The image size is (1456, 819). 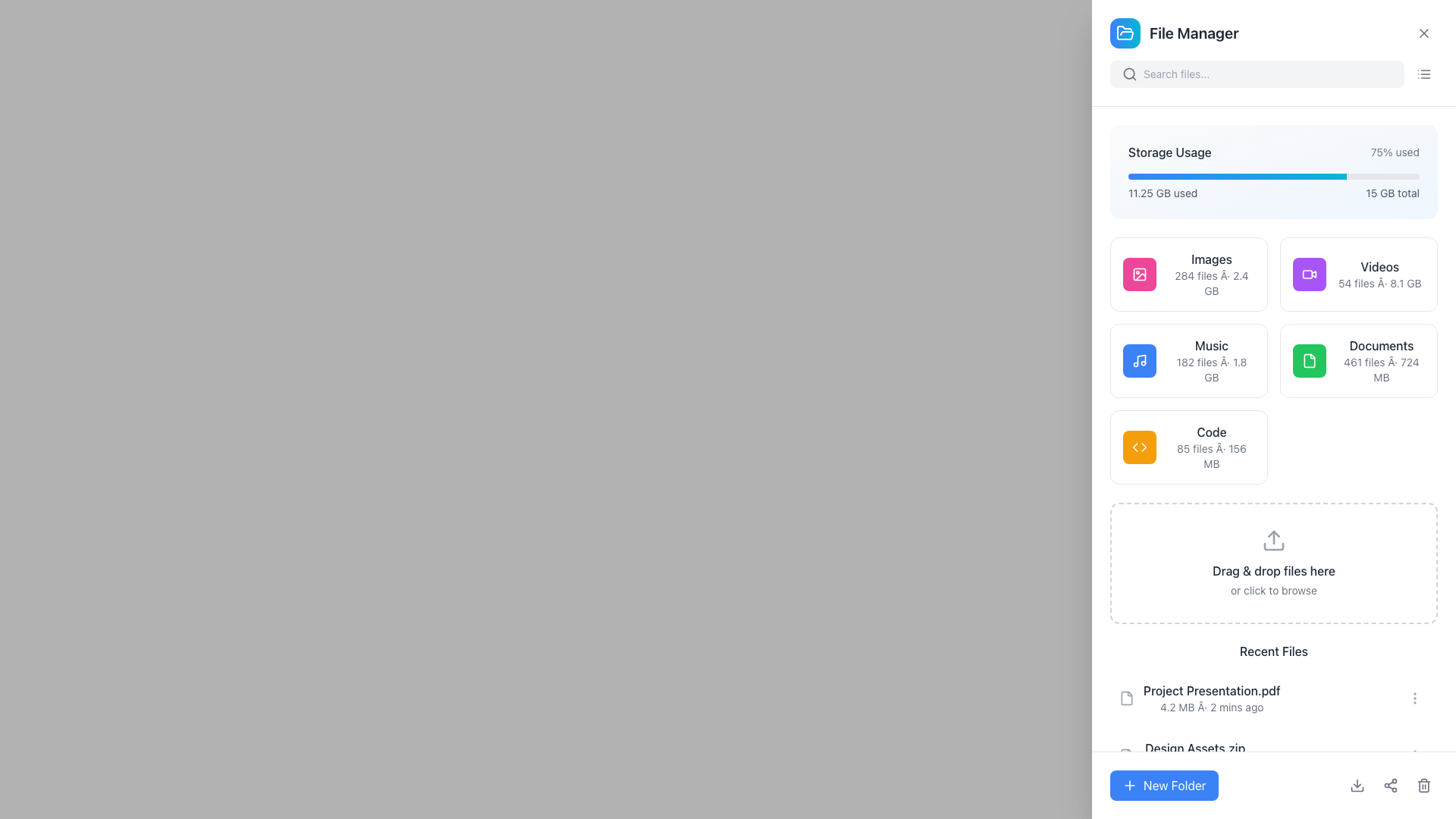 What do you see at coordinates (1414, 698) in the screenshot?
I see `the Icon button (vertical ellipsis) located` at bounding box center [1414, 698].